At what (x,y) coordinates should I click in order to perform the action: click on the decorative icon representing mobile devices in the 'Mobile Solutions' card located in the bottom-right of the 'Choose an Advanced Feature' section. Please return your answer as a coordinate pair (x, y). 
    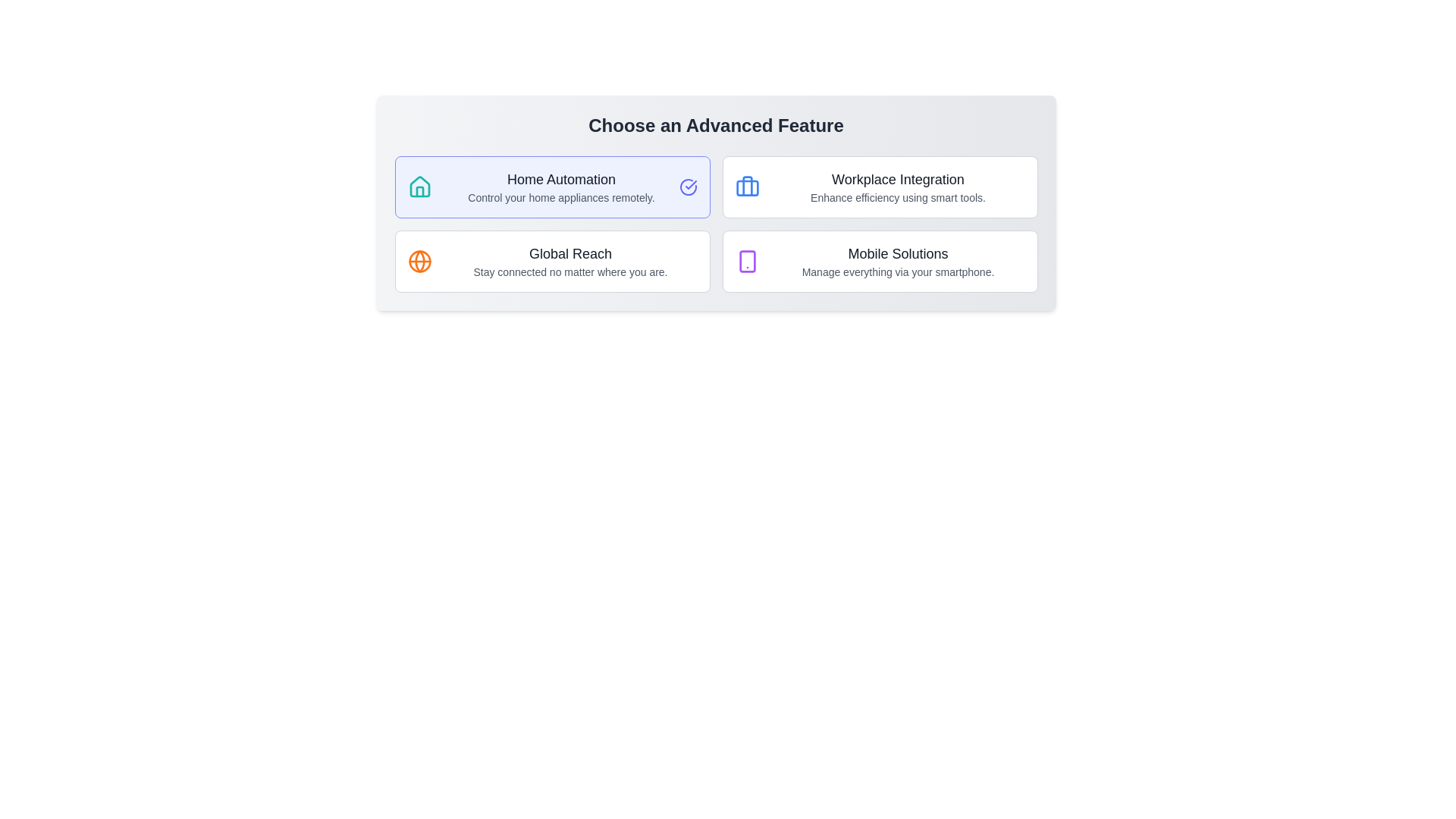
    Looking at the image, I should click on (747, 260).